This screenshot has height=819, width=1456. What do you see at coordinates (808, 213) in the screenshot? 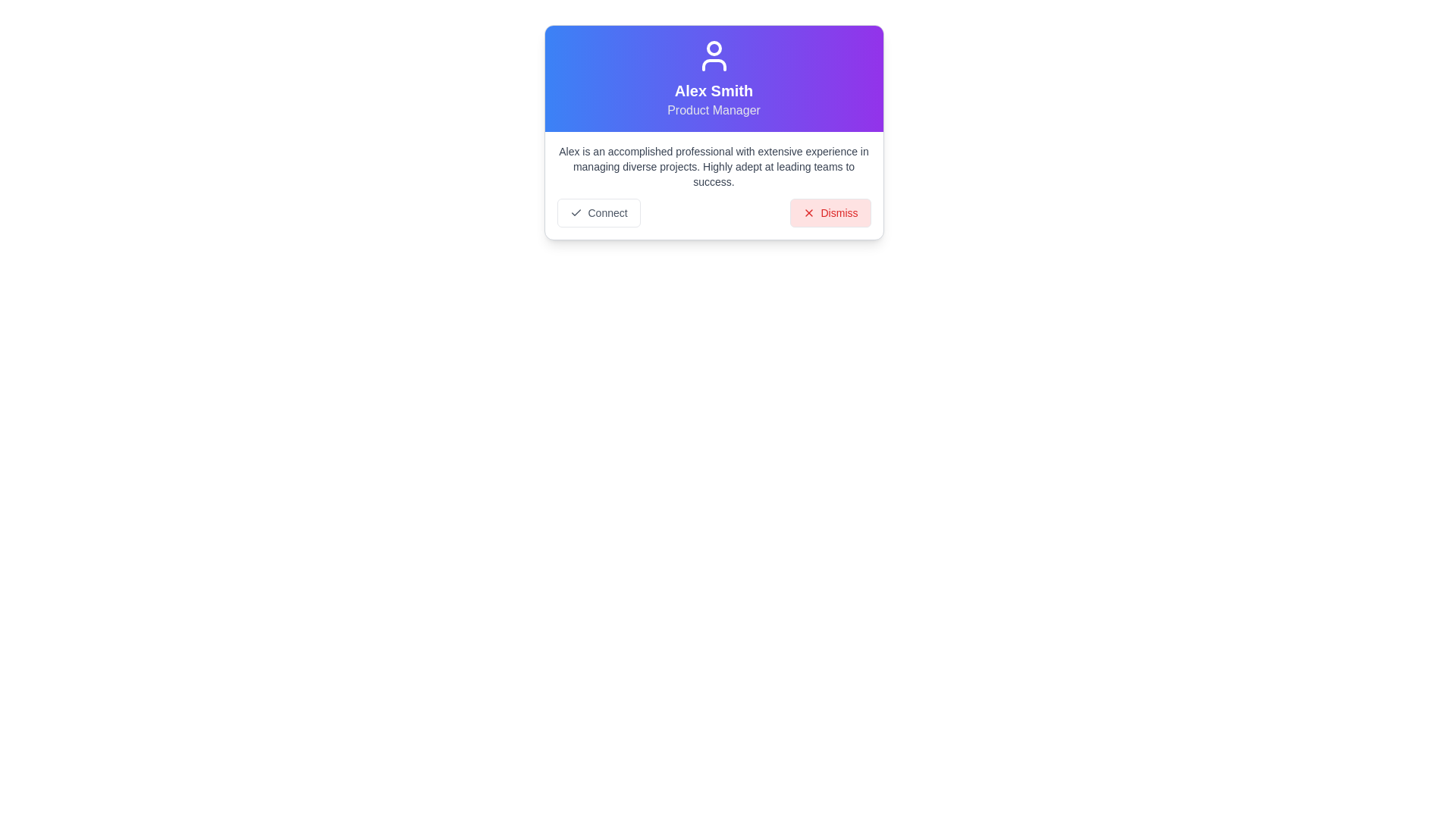
I see `the red 'x' SVG icon located within the 'Dismiss' button of the profile card` at bounding box center [808, 213].